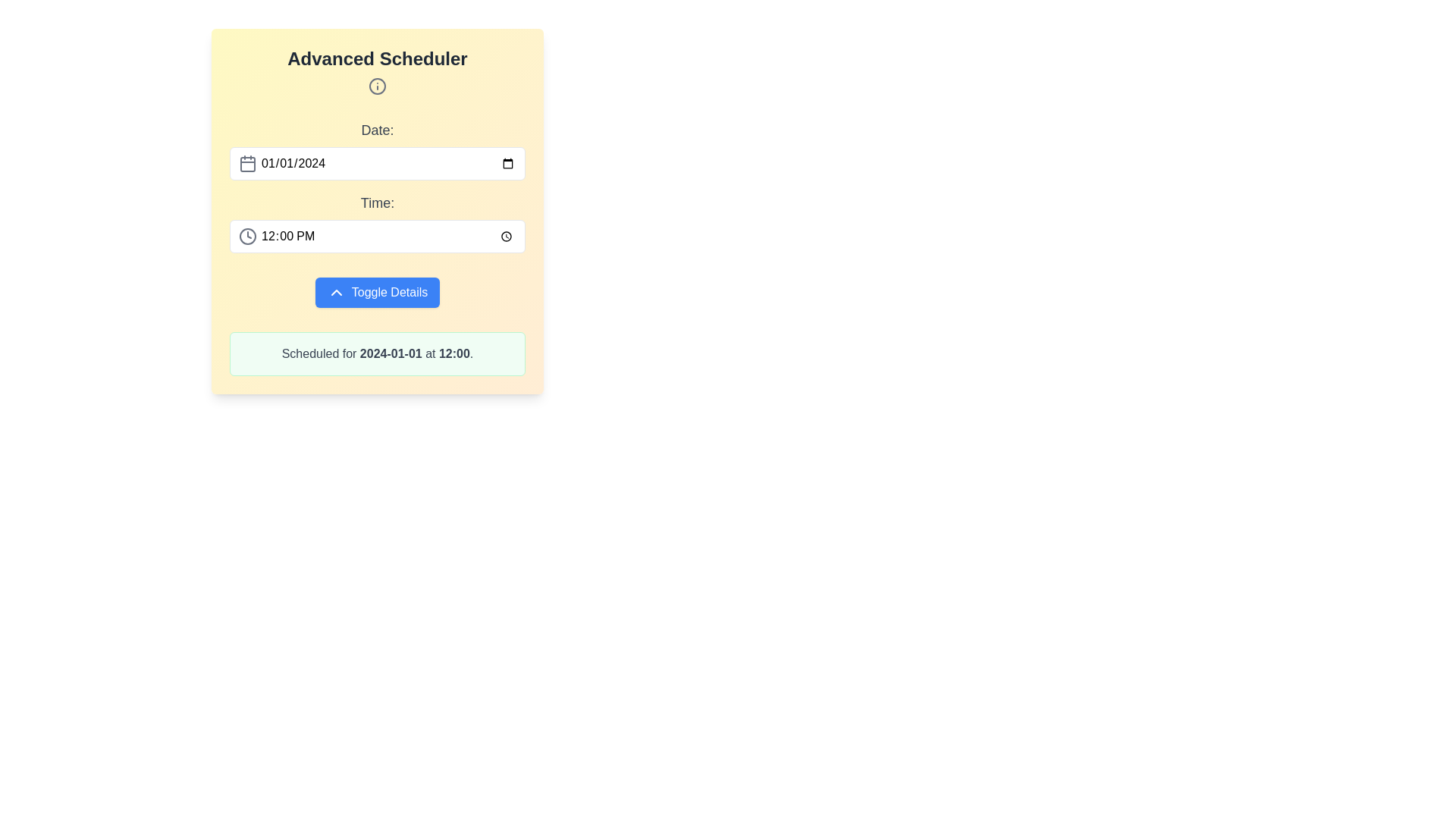 This screenshot has height=819, width=1456. I want to click on the blue button labeled 'Toggle Details' with a chevron-up icon, so click(378, 292).